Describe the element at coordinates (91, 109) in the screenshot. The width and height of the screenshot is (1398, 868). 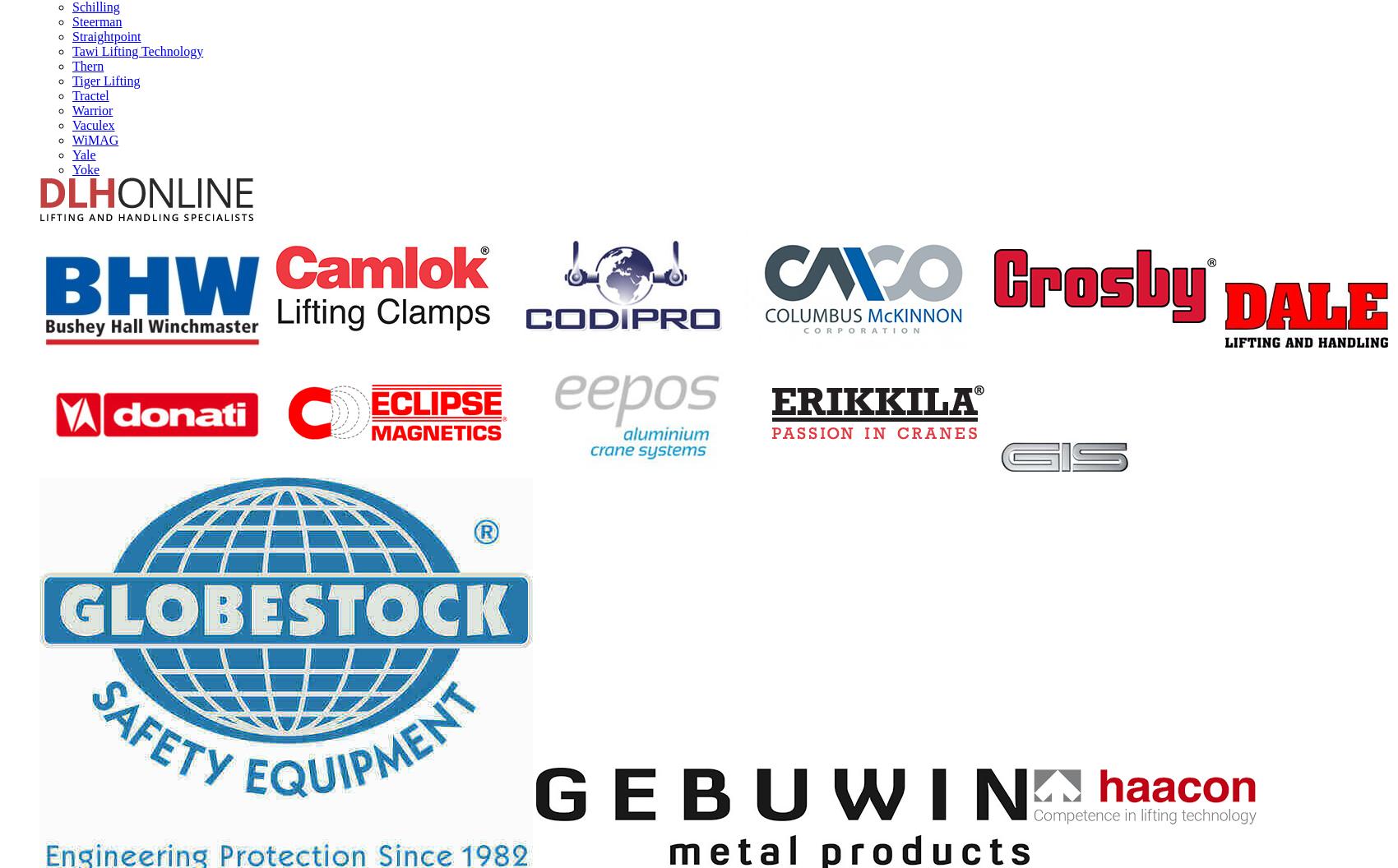
I see `'Warrior'` at that location.